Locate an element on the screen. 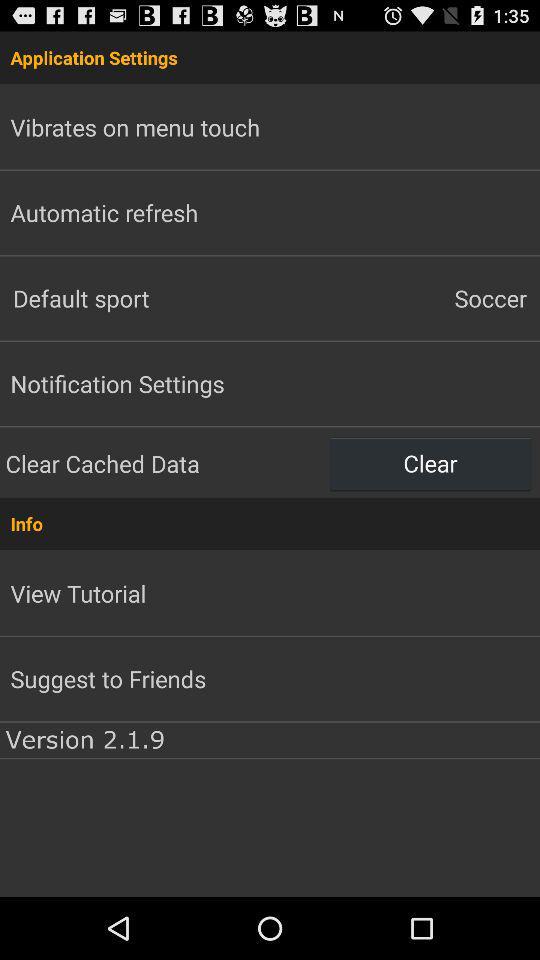 The height and width of the screenshot is (960, 540). the item below default sport icon is located at coordinates (117, 382).